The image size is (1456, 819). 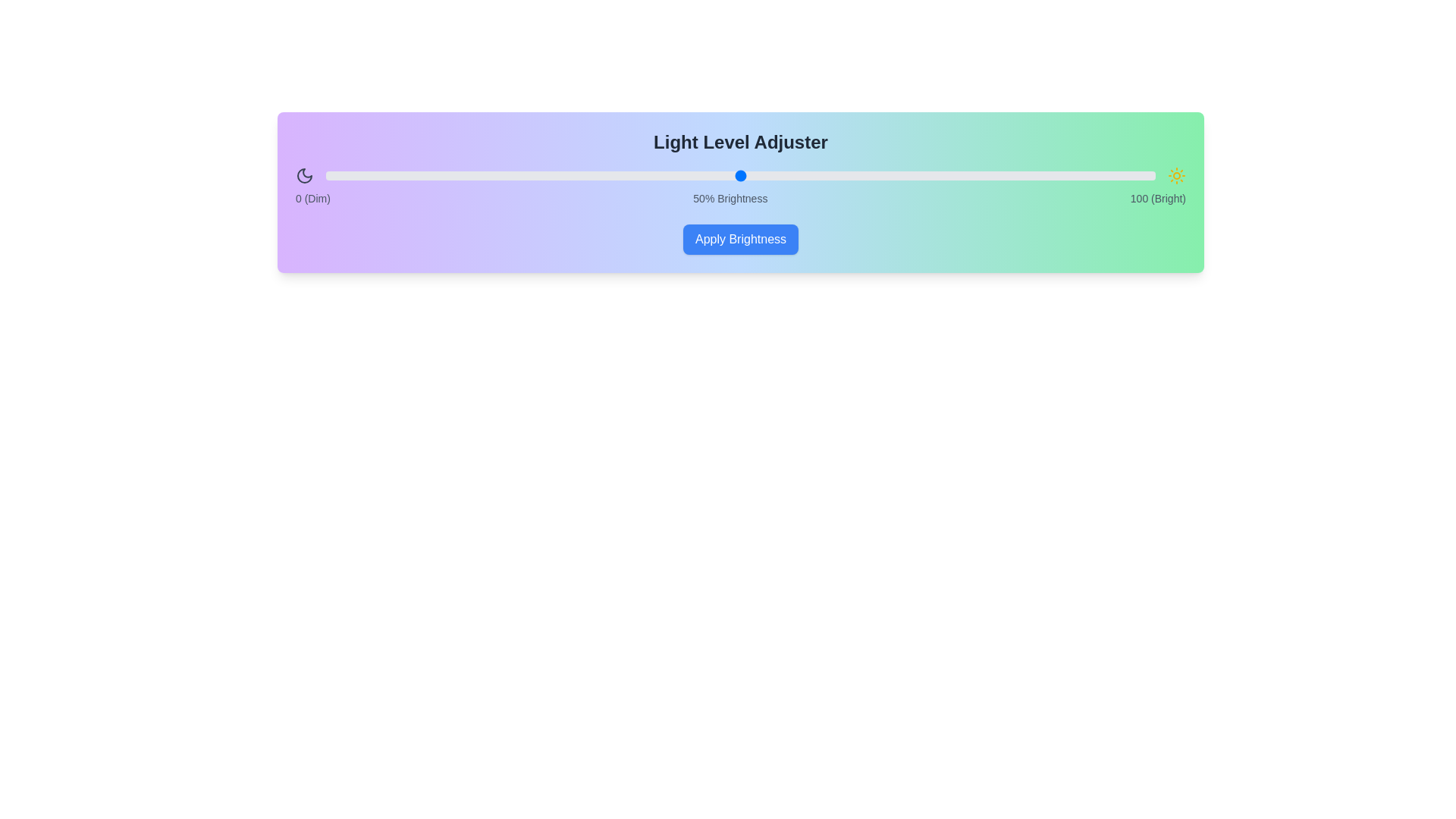 What do you see at coordinates (649, 174) in the screenshot?
I see `the brightness slider to 39%` at bounding box center [649, 174].